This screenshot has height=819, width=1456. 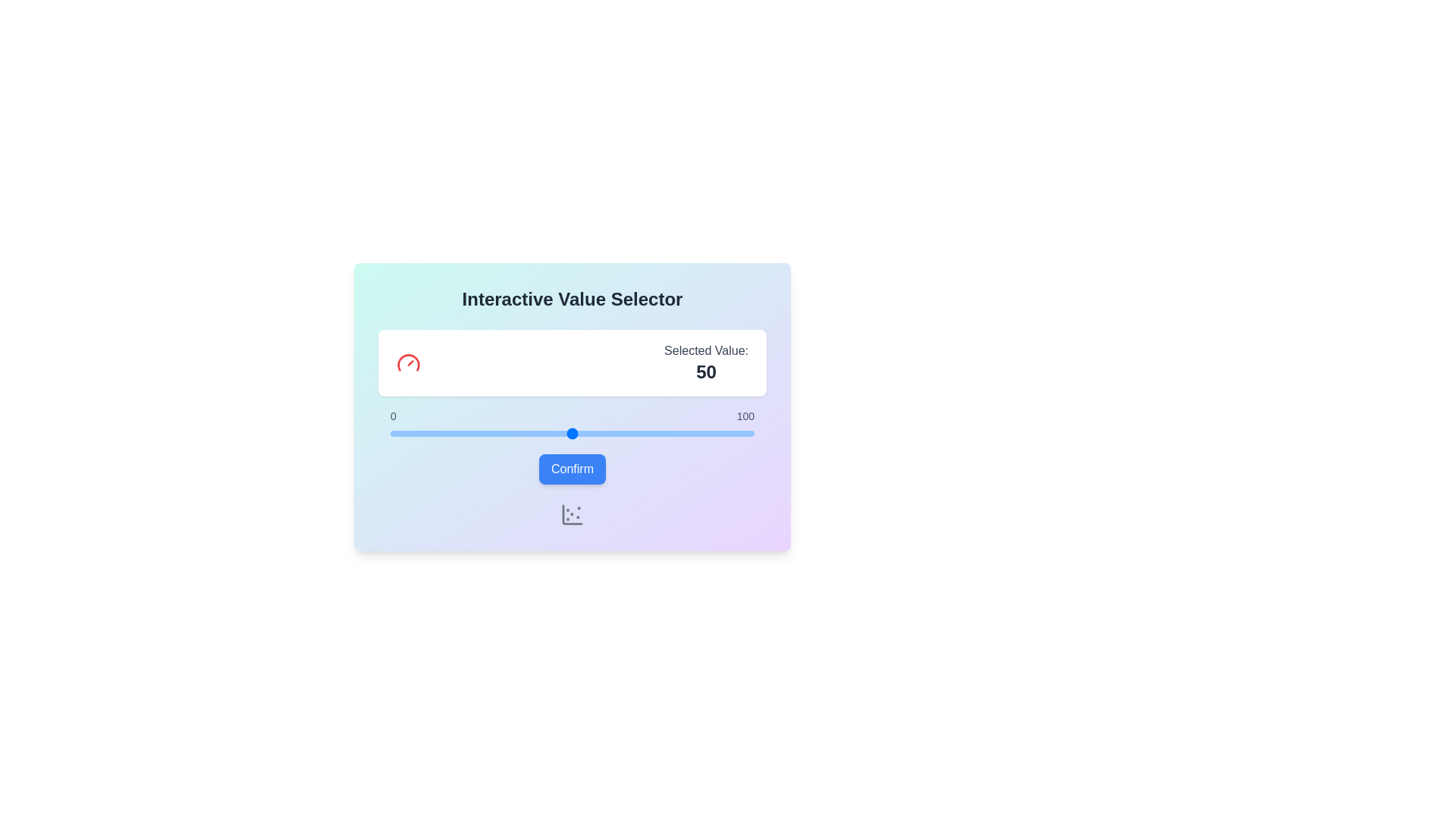 What do you see at coordinates (736, 433) in the screenshot?
I see `the slider to set the value to 95` at bounding box center [736, 433].